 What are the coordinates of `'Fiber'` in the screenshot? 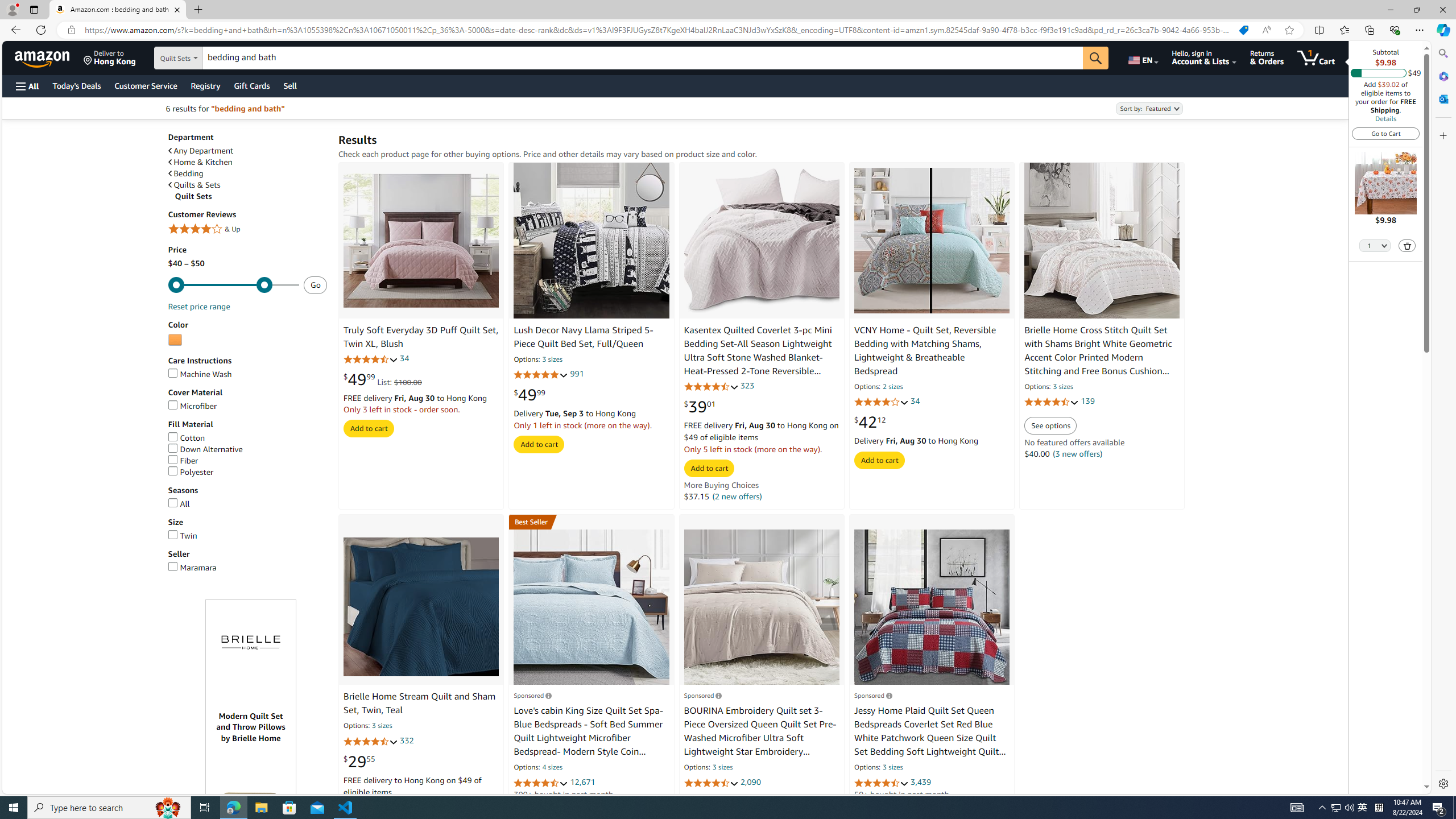 It's located at (247, 460).